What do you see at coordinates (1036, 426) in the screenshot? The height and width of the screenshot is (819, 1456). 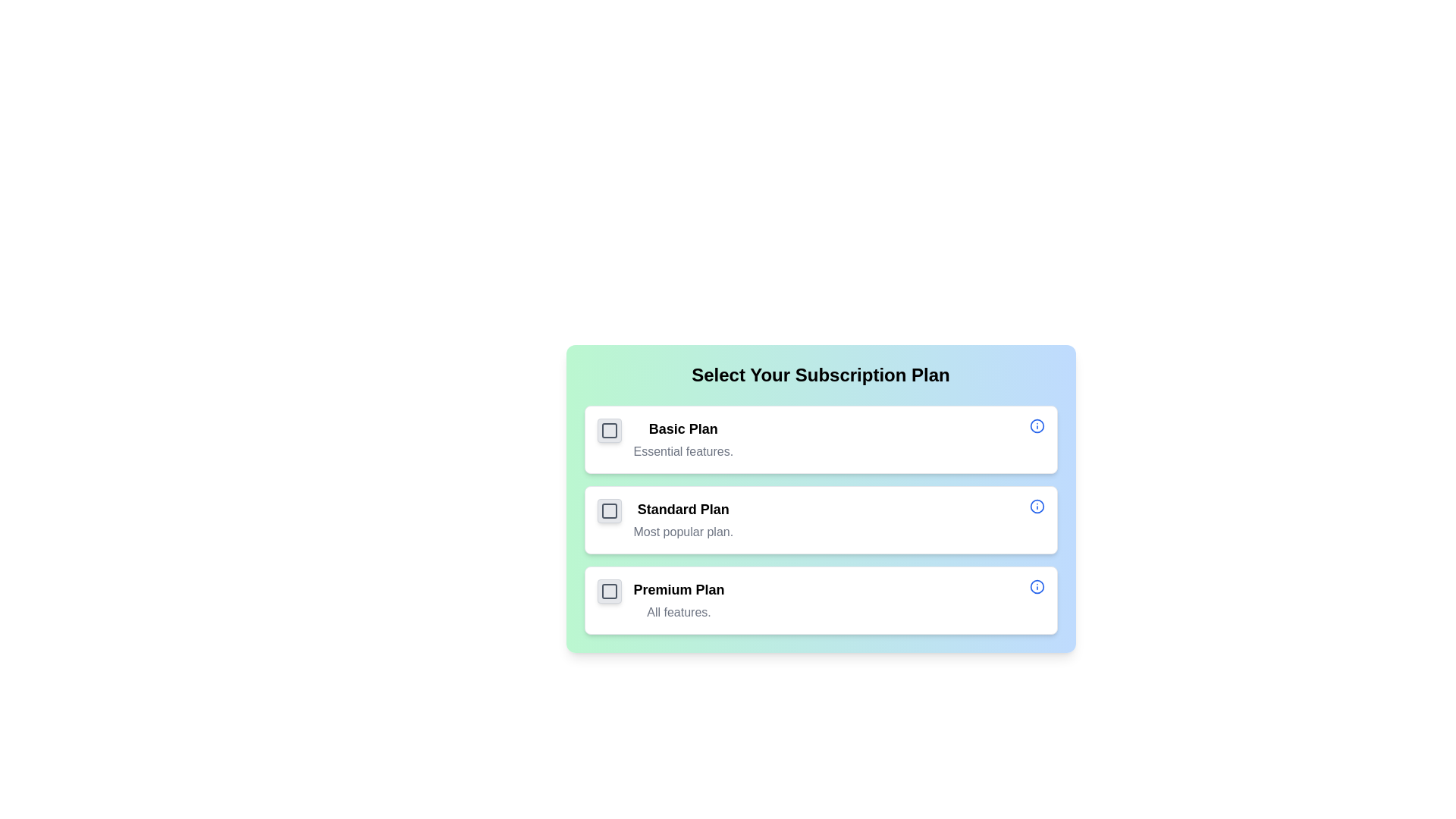 I see `the informational icon located at the far right of the 'Basic Plan' card` at bounding box center [1036, 426].